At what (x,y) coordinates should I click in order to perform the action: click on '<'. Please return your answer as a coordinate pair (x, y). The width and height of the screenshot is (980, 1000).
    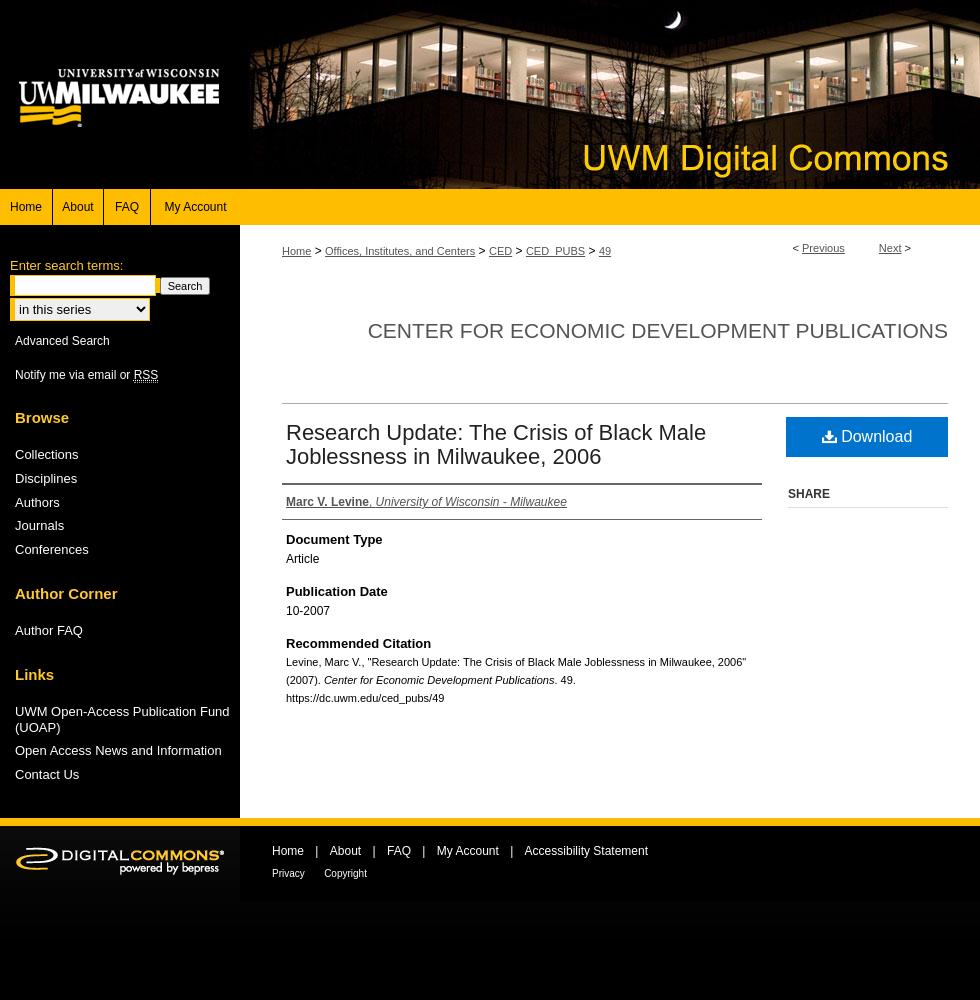
    Looking at the image, I should click on (797, 247).